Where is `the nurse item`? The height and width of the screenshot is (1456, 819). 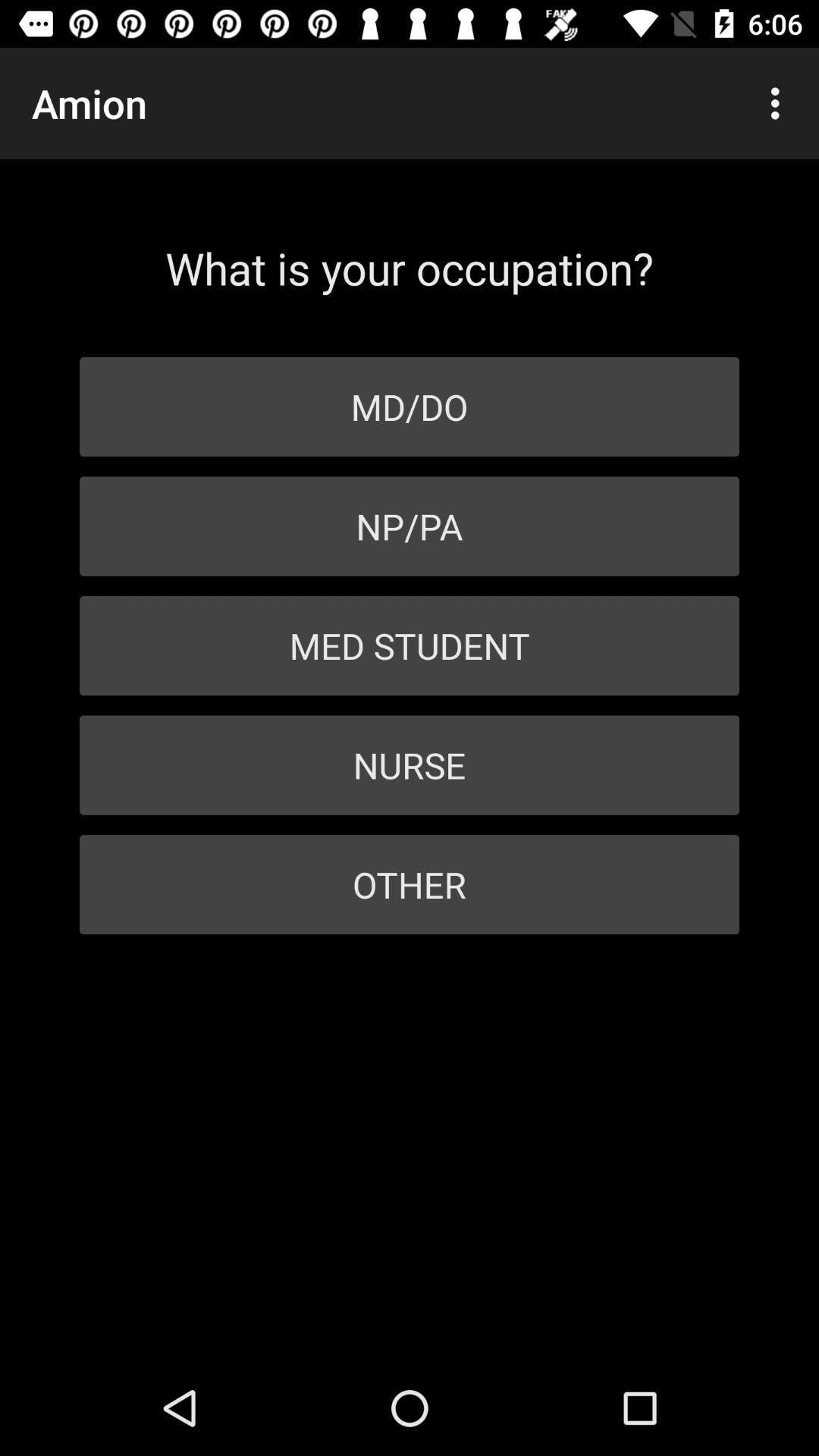
the nurse item is located at coordinates (409, 765).